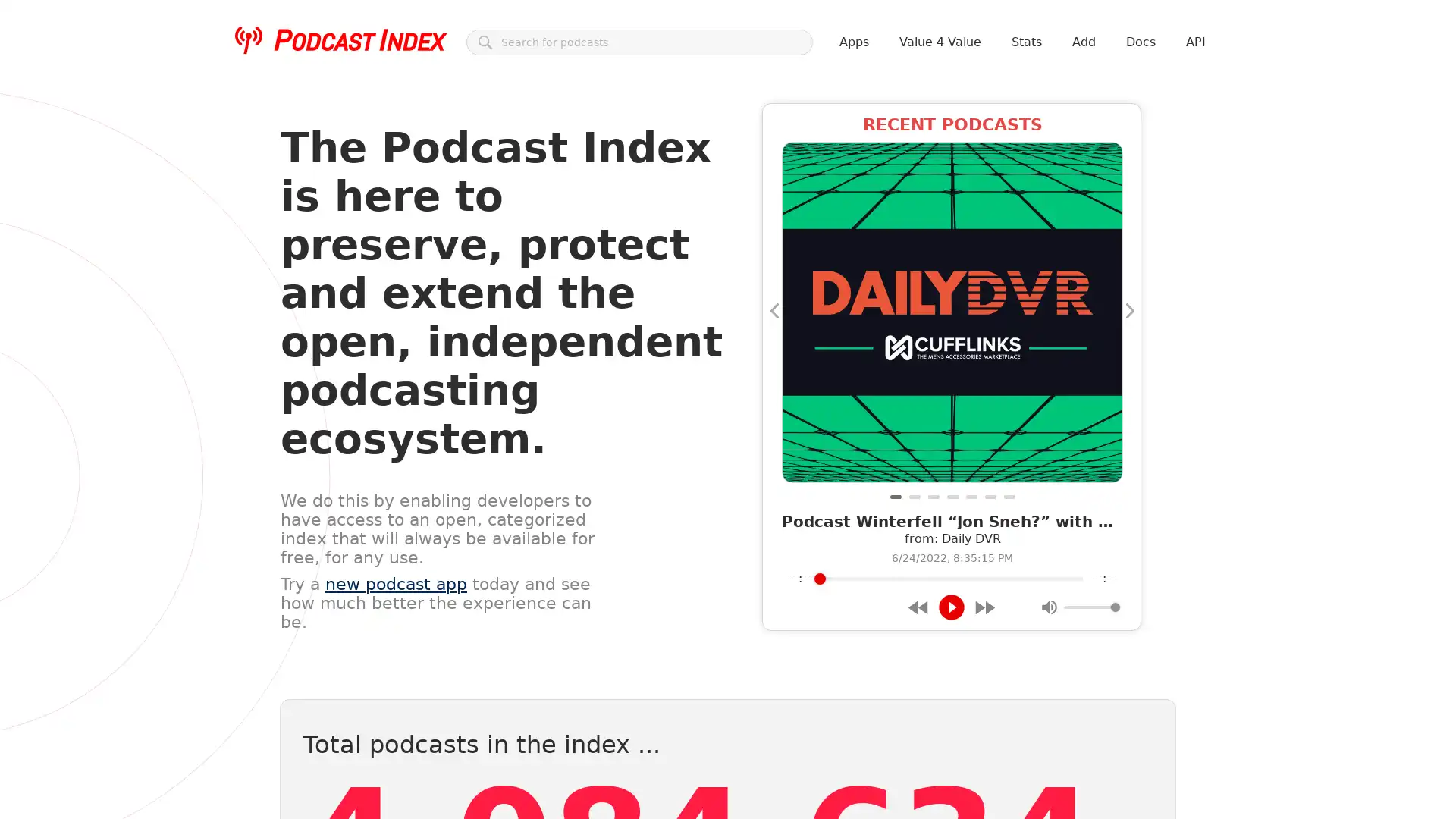 Image resolution: width=1456 pixels, height=819 pixels. What do you see at coordinates (932, 497) in the screenshot?
I see `Diagnoses Part Two` at bounding box center [932, 497].